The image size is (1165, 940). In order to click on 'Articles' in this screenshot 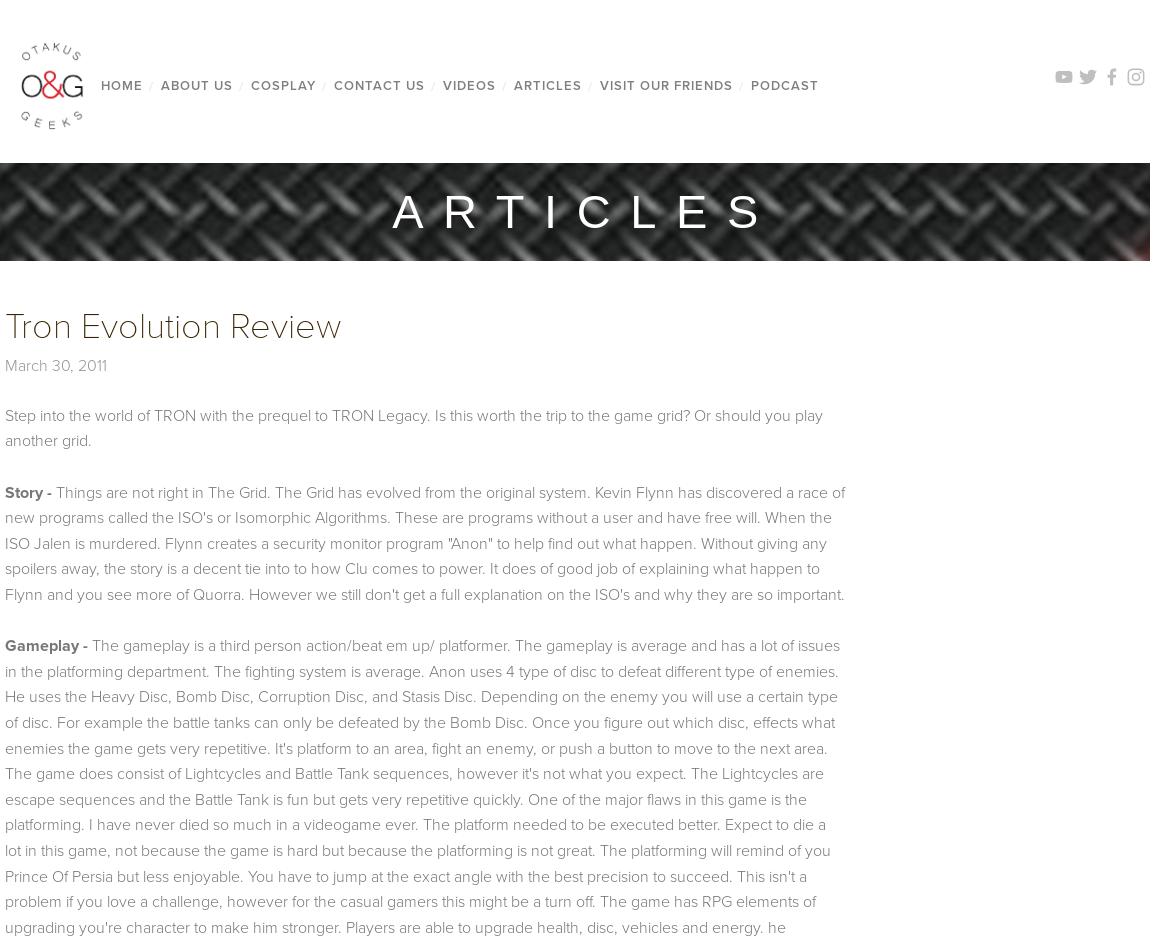, I will do `click(546, 85)`.